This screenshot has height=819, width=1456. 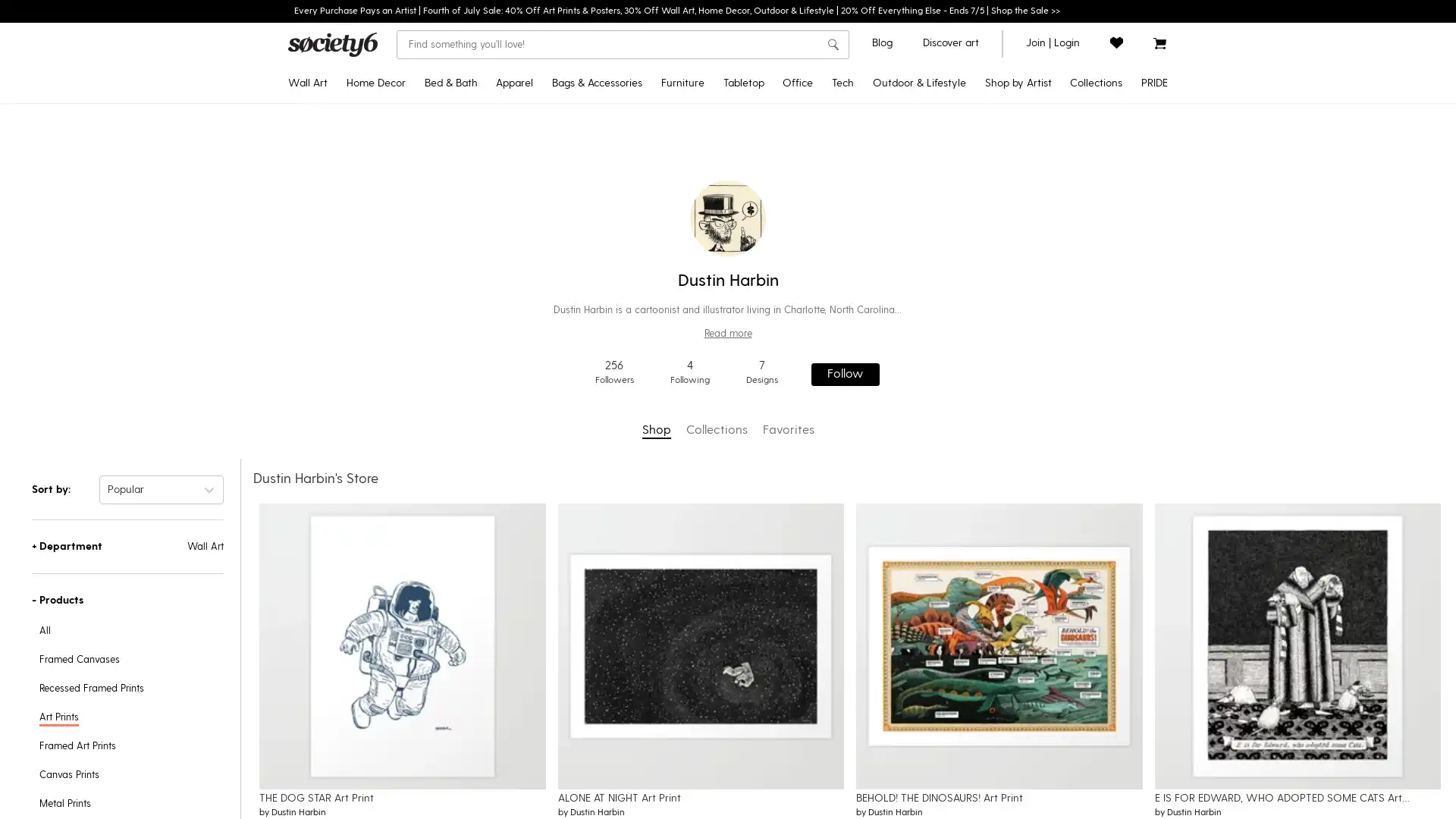 What do you see at coordinates (562, 146) in the screenshot?
I see `Crewneck Sweatshirts` at bounding box center [562, 146].